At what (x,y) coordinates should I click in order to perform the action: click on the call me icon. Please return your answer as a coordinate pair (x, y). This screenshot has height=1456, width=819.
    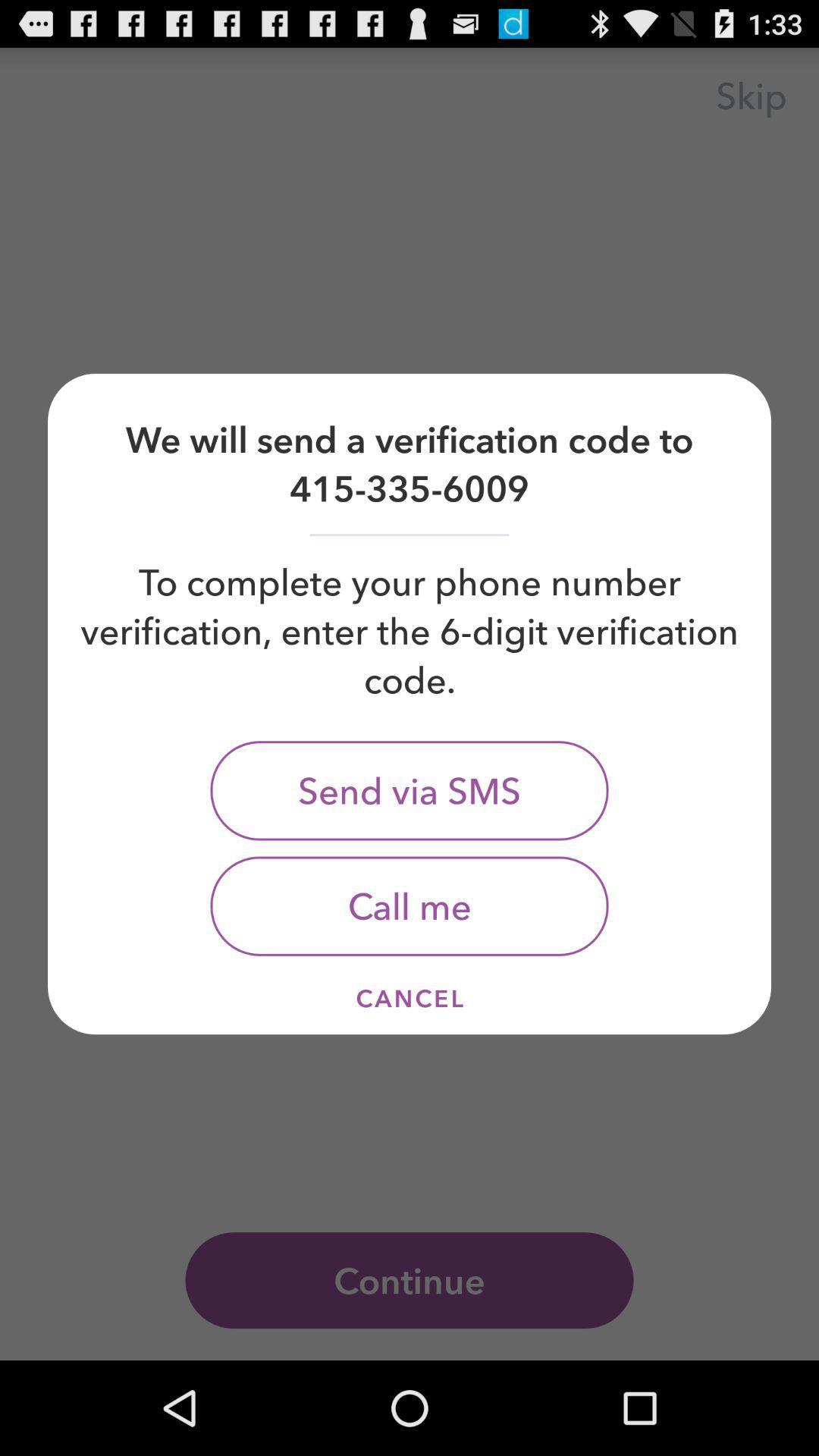
    Looking at the image, I should click on (409, 906).